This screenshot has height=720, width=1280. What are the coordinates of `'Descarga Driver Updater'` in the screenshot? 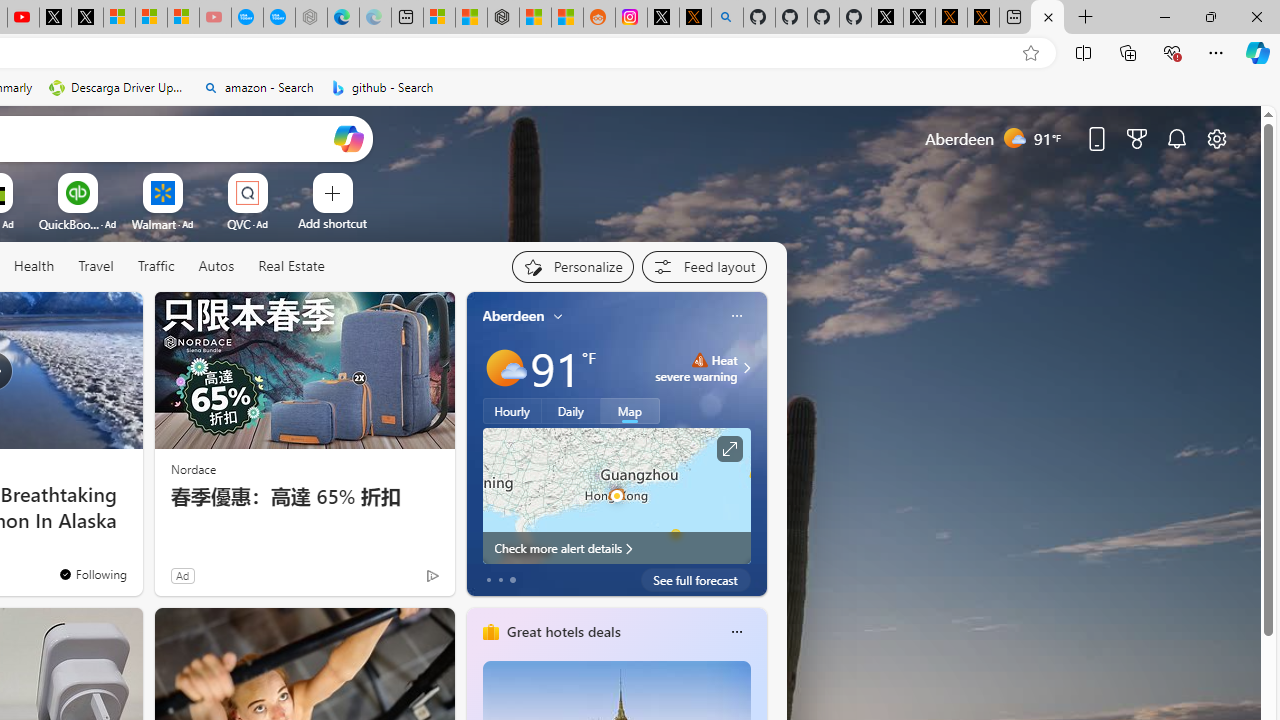 It's located at (117, 87).